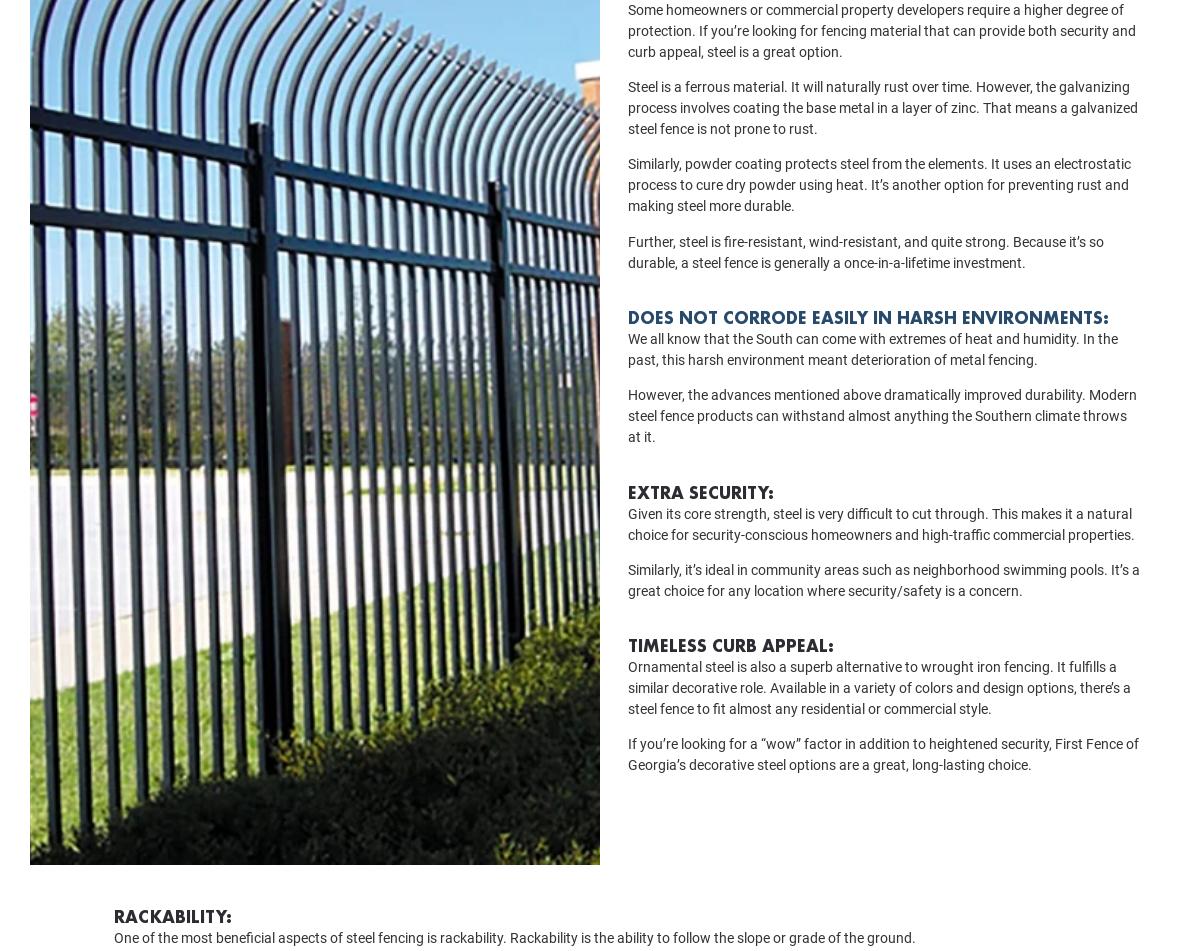 The height and width of the screenshot is (951, 1200). Describe the element at coordinates (883, 607) in the screenshot. I see `'Similarly, it’s ideal in community areas such as neighborhood swimming pools. It’s a great choice for any location where security/safety is a concern.'` at that location.